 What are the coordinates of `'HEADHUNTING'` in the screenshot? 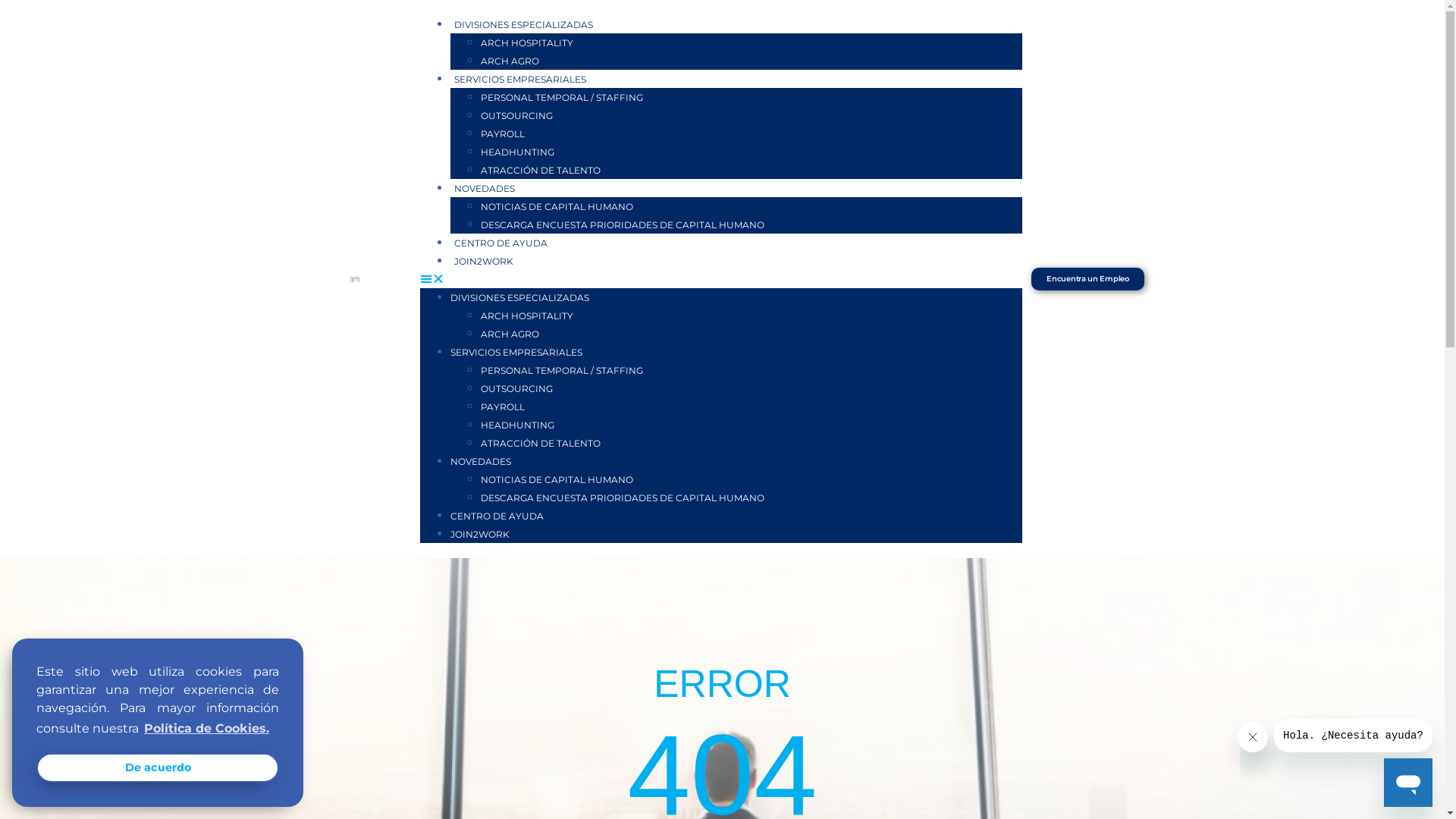 It's located at (517, 152).